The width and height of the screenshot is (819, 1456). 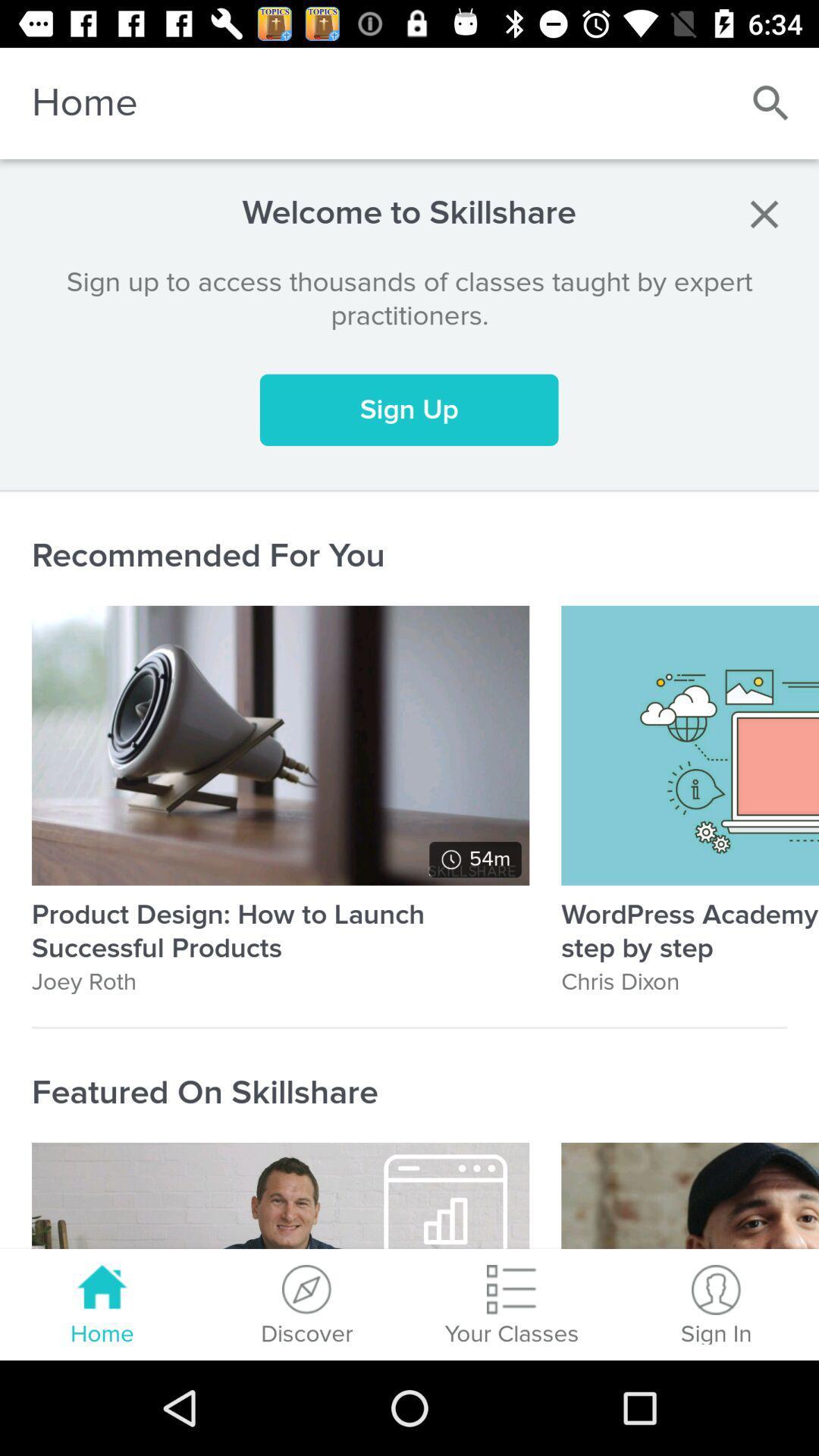 I want to click on item next to home, so click(x=771, y=102).